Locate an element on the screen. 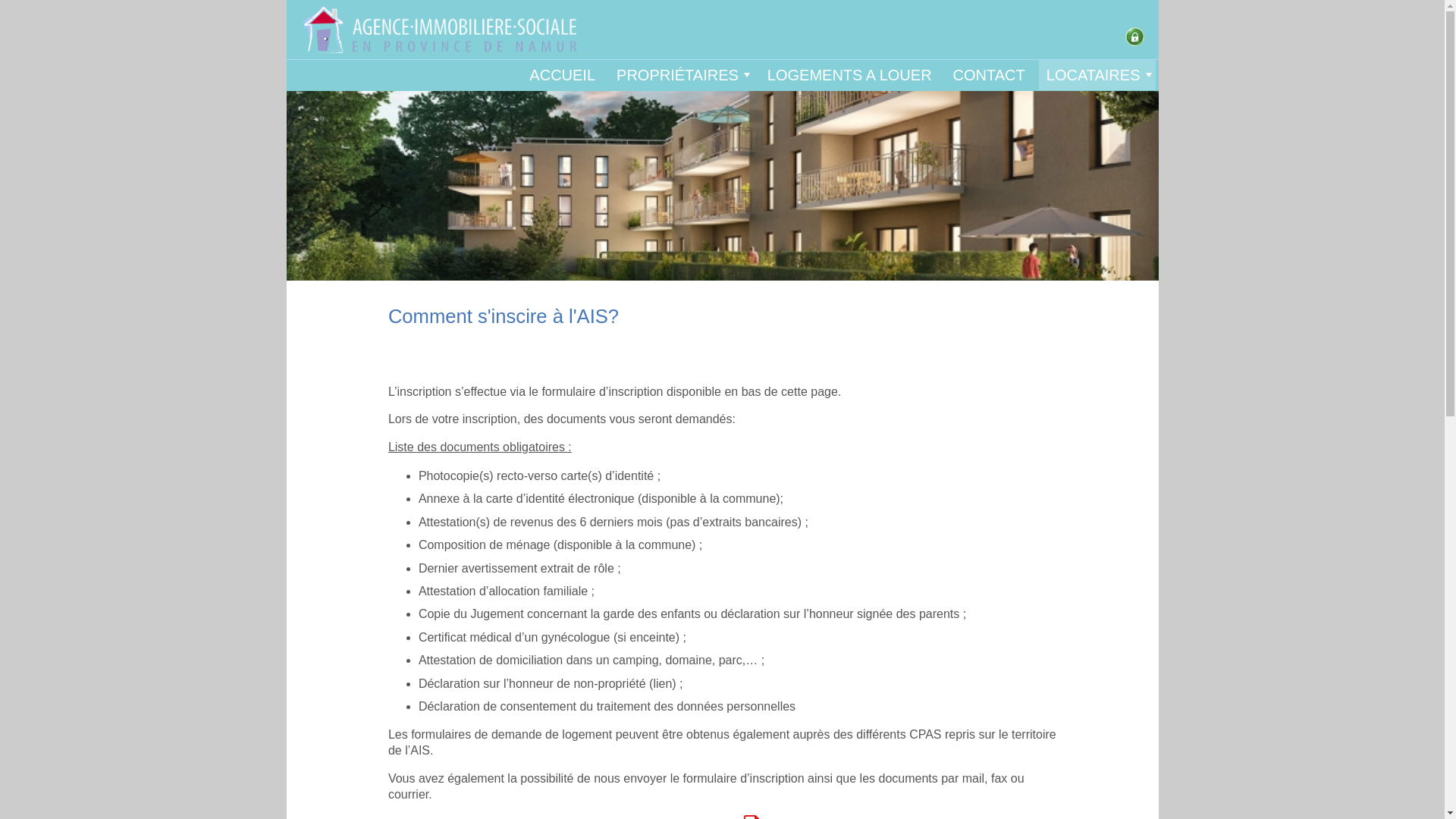 This screenshot has height=819, width=1456. 'ACCUEIL' is located at coordinates (561, 75).